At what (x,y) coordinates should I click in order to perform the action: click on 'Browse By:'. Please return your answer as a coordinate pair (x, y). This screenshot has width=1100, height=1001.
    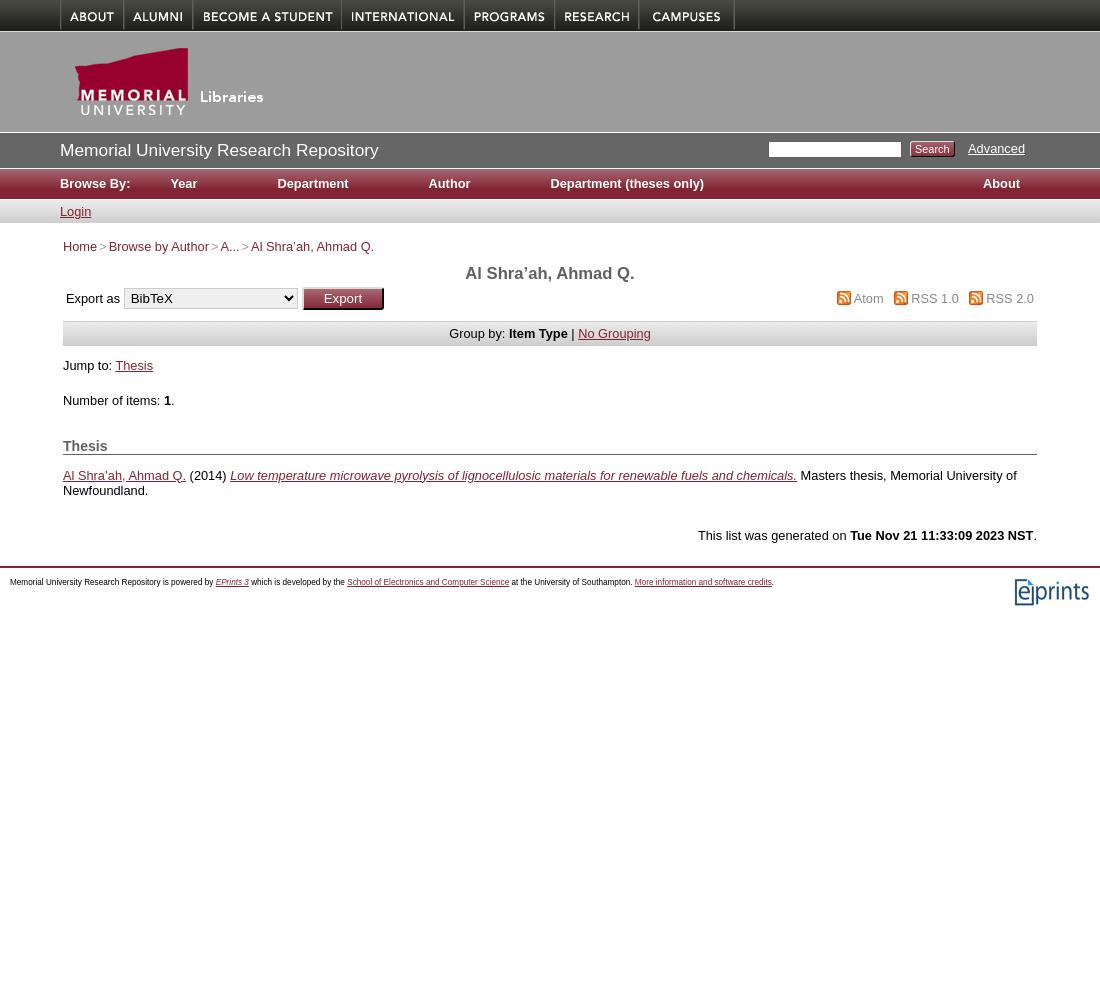
    Looking at the image, I should click on (58, 183).